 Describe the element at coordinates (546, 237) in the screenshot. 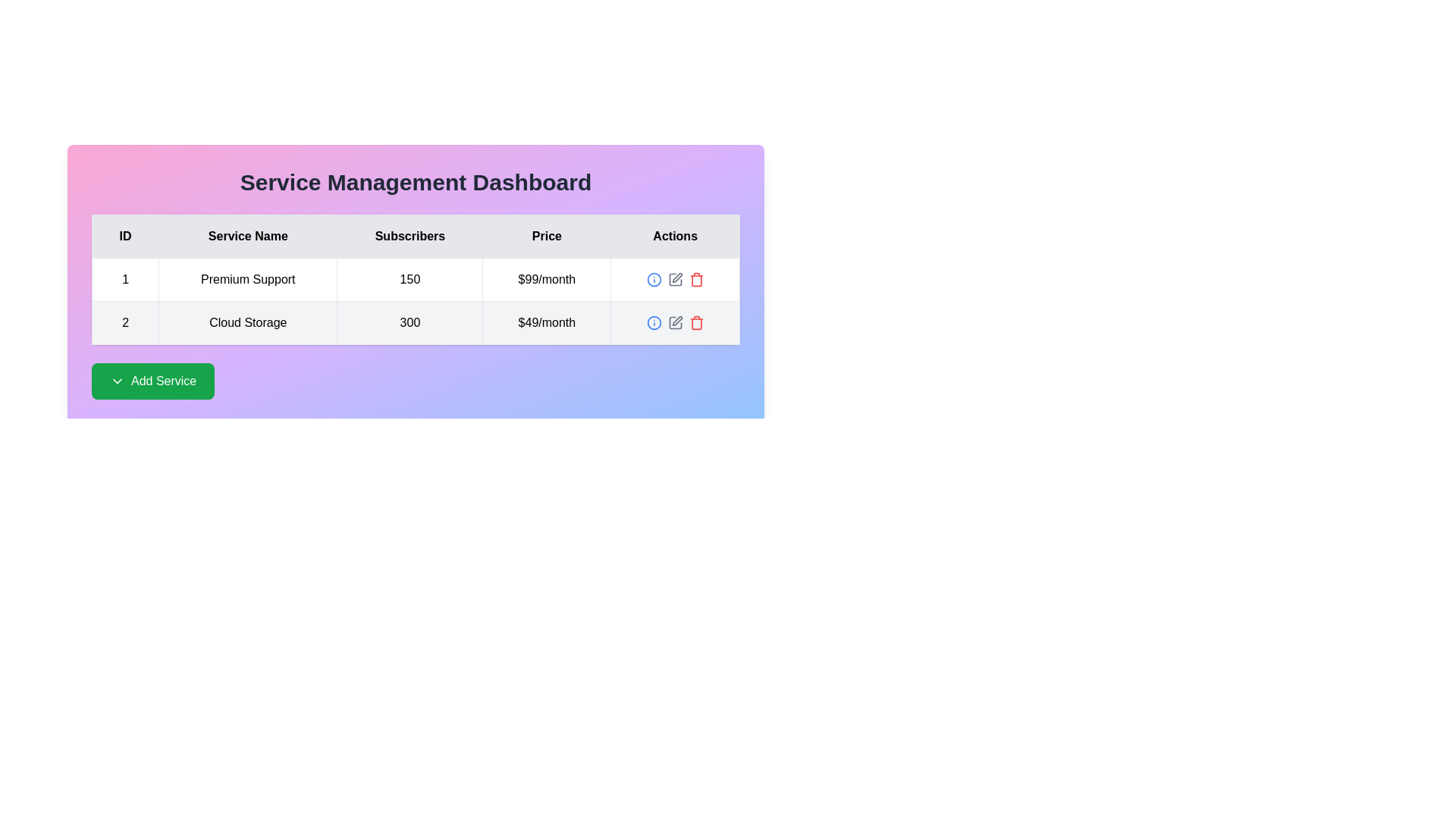

I see `text in the 'Price' column header of the table, which serves as a label for the data below it, located near the middle-right of the header row` at that location.